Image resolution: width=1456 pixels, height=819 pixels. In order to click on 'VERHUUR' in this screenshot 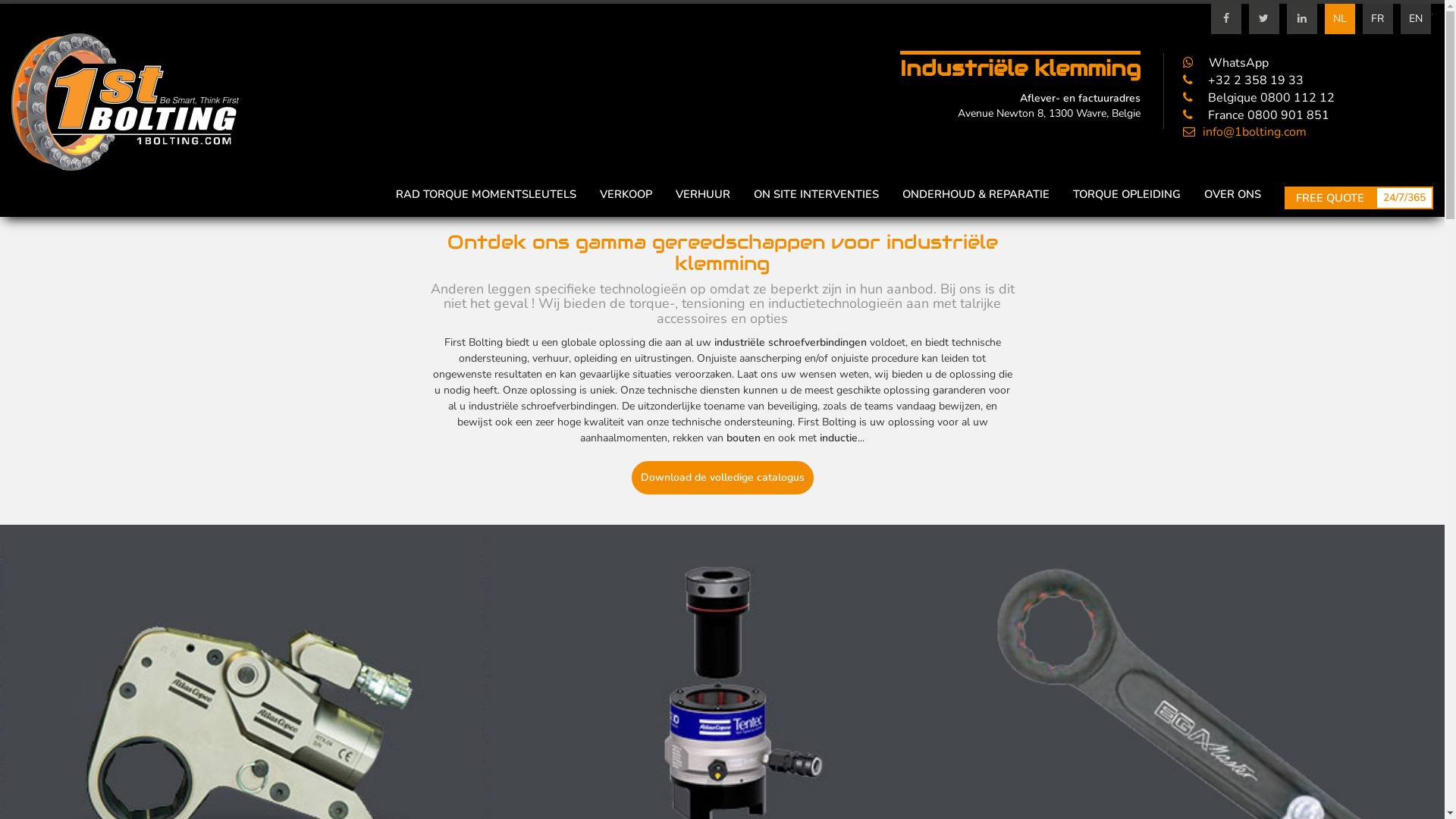, I will do `click(675, 193)`.